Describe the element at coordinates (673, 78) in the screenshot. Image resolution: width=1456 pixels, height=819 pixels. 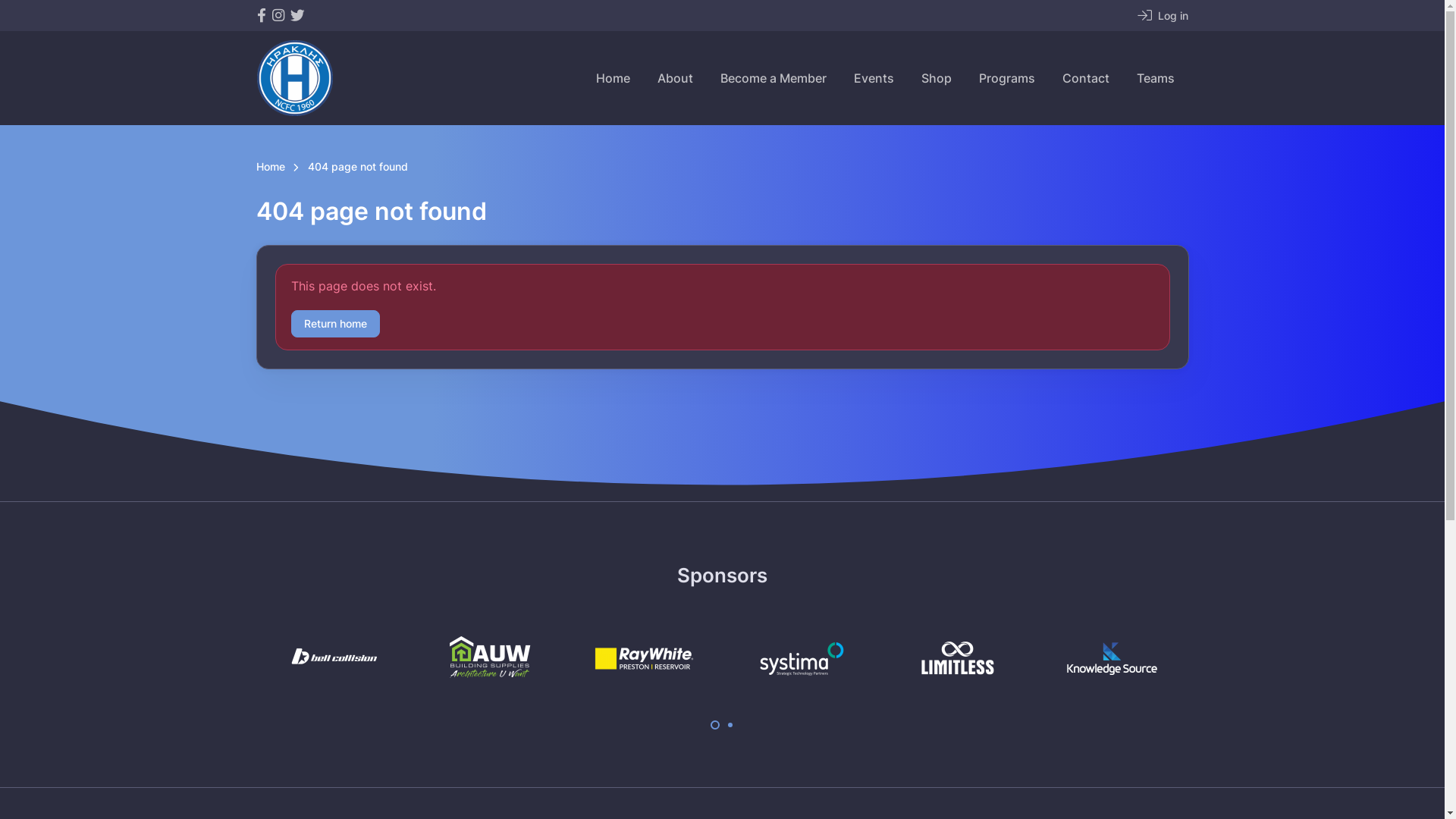
I see `'About'` at that location.